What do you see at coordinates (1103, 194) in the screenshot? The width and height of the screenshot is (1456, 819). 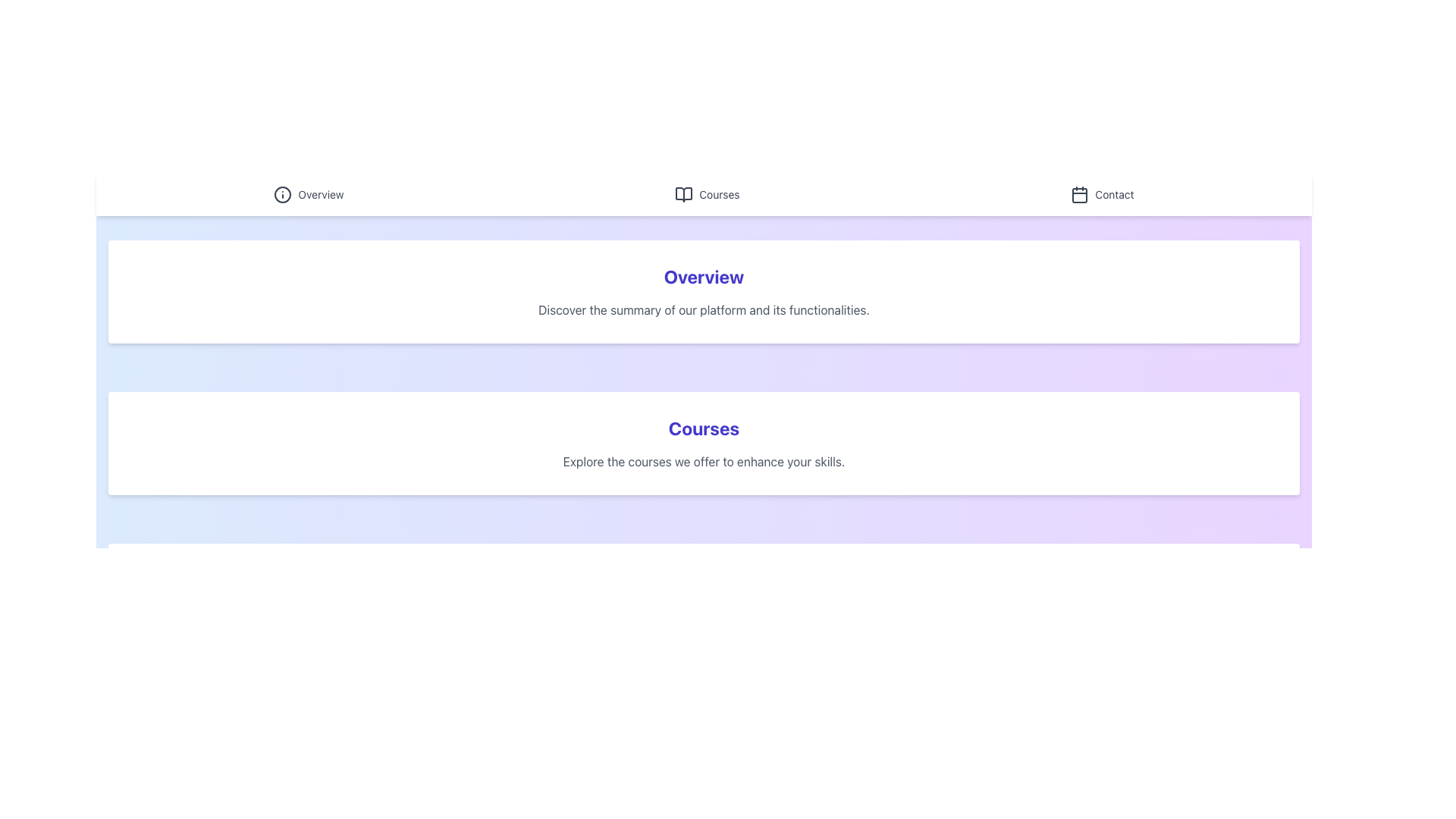 I see `the 'Contact' link in the top navigation bar, which is the last item among 'Overview', 'Courses', and 'Contact'` at bounding box center [1103, 194].